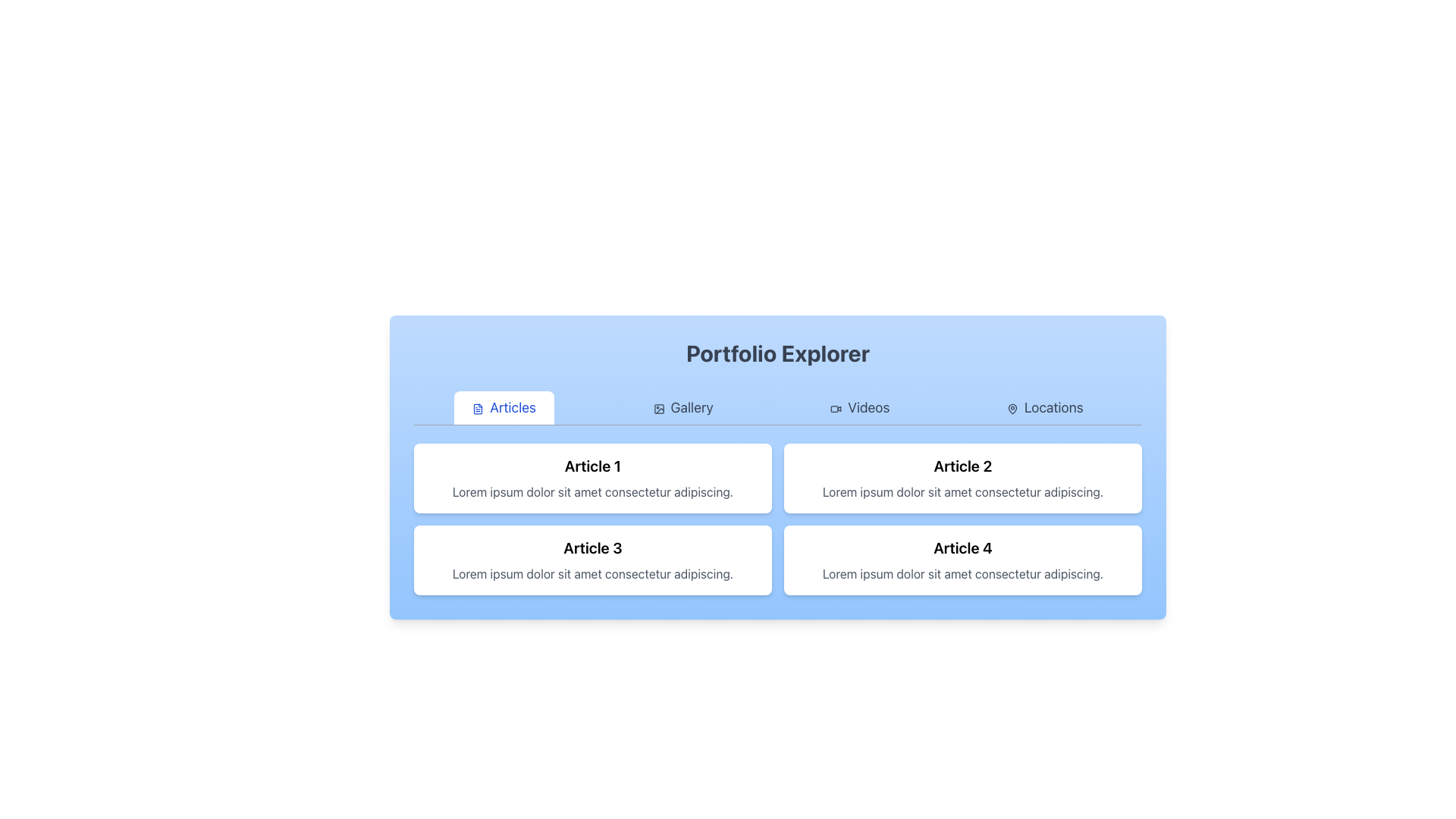 The image size is (1456, 819). I want to click on the bold, large-sized text label displaying 'Article 1' located at the top of the top-left card in a grid layout, so click(592, 465).